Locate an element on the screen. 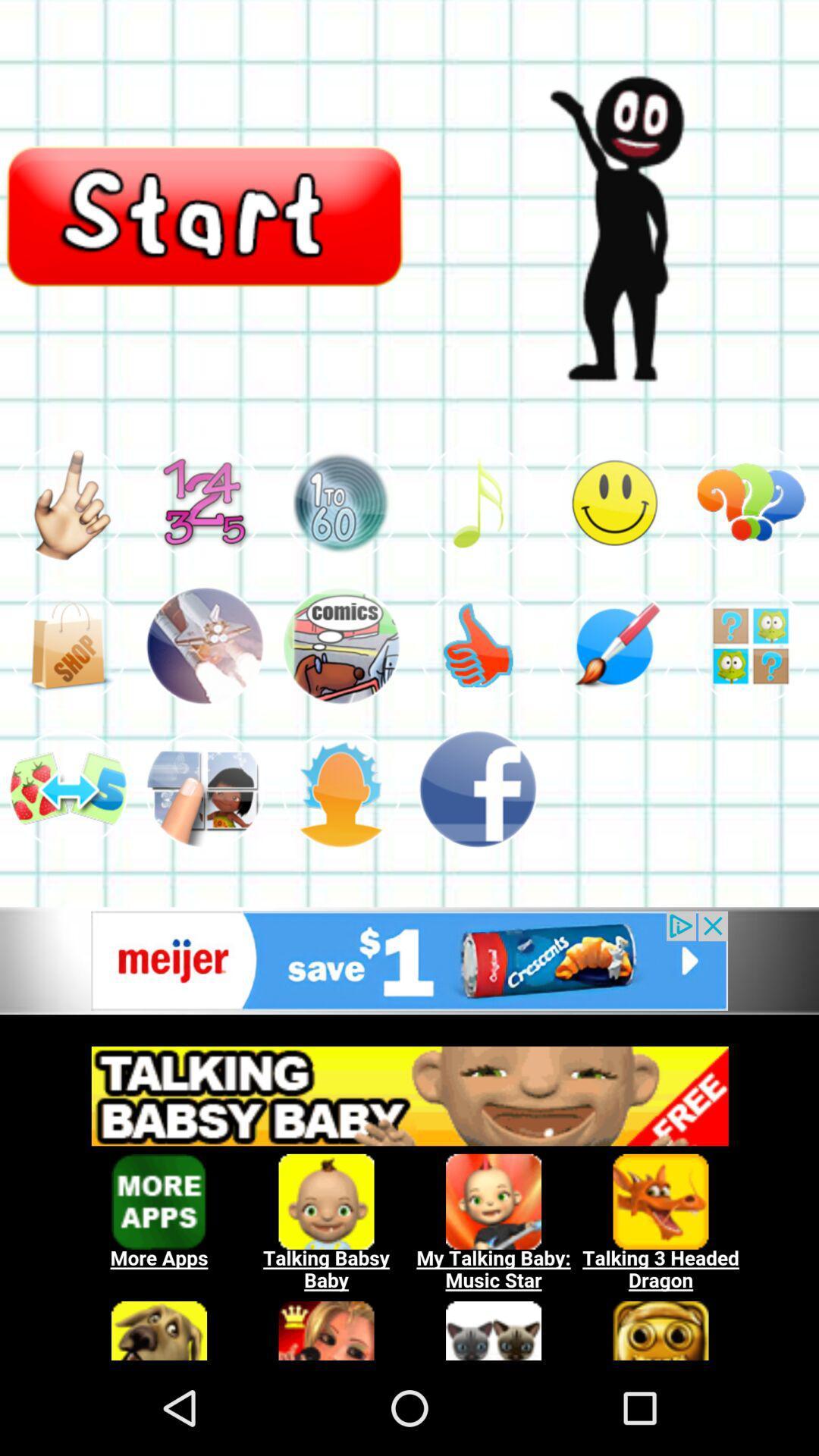 The image size is (819, 1456). item is located at coordinates (205, 789).